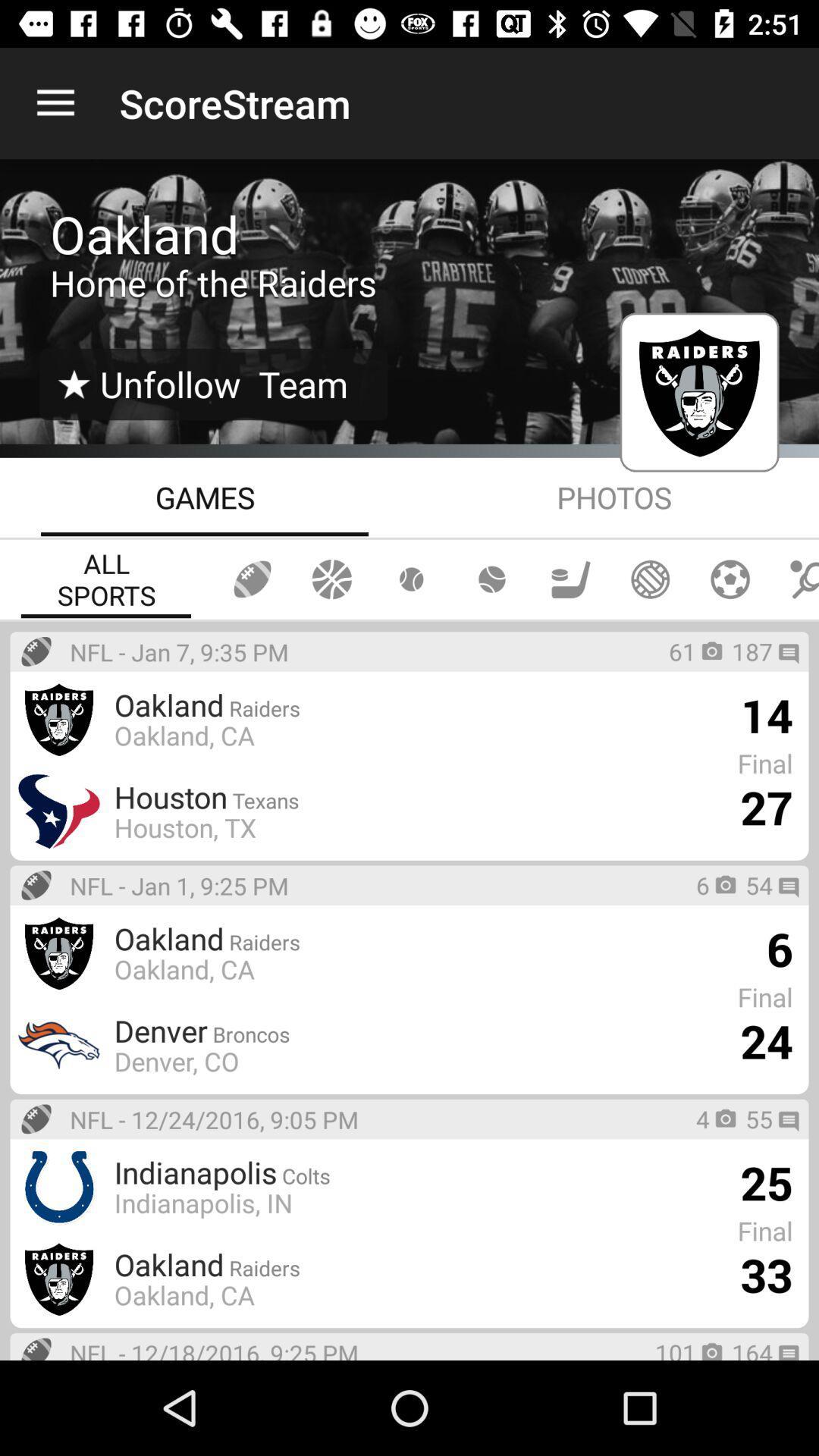 Image resolution: width=819 pixels, height=1456 pixels. What do you see at coordinates (202, 1202) in the screenshot?
I see `the item below the nfl 12 24 icon` at bounding box center [202, 1202].